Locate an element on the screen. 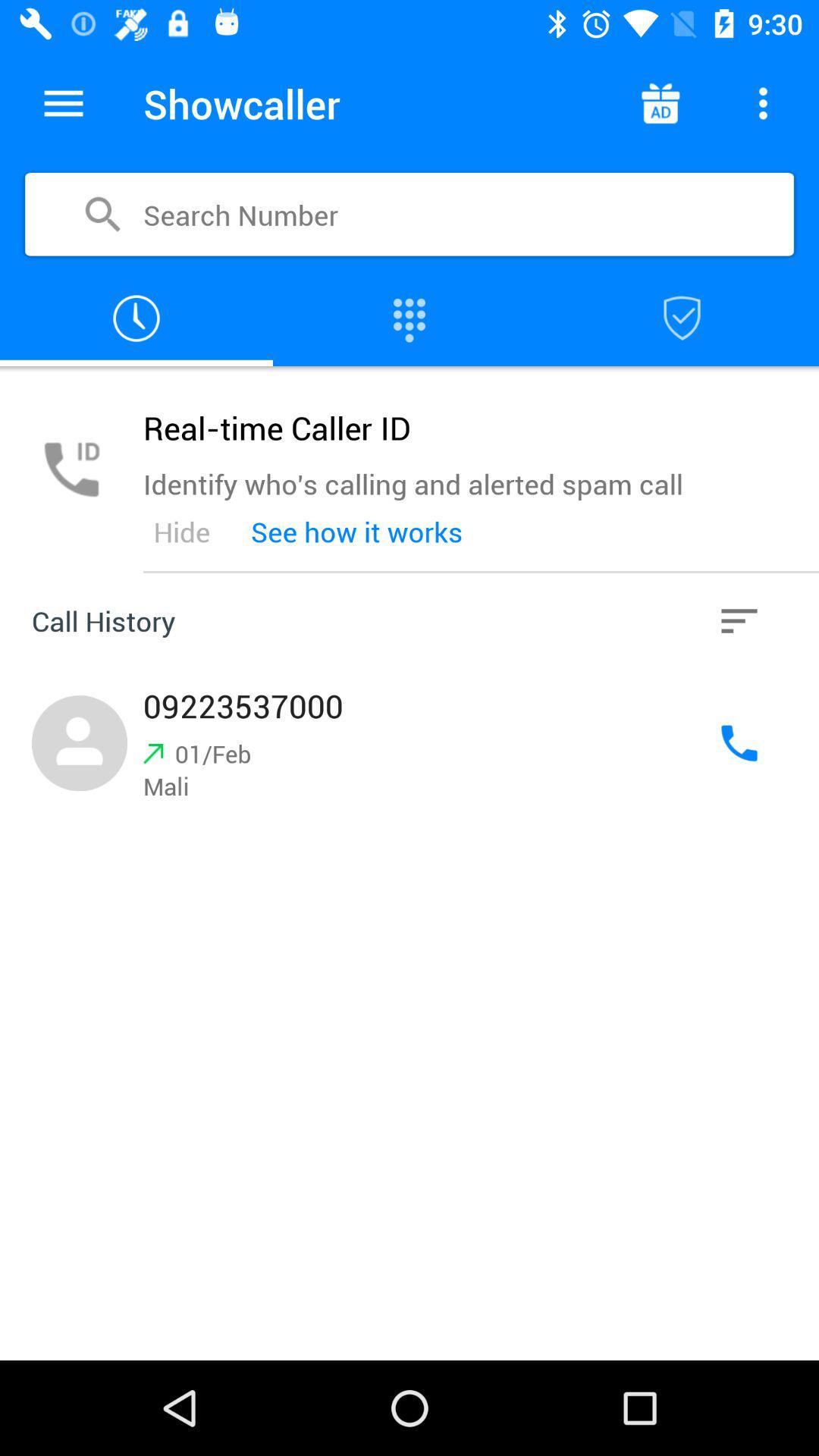 The height and width of the screenshot is (1456, 819). item next to showcaller is located at coordinates (63, 102).